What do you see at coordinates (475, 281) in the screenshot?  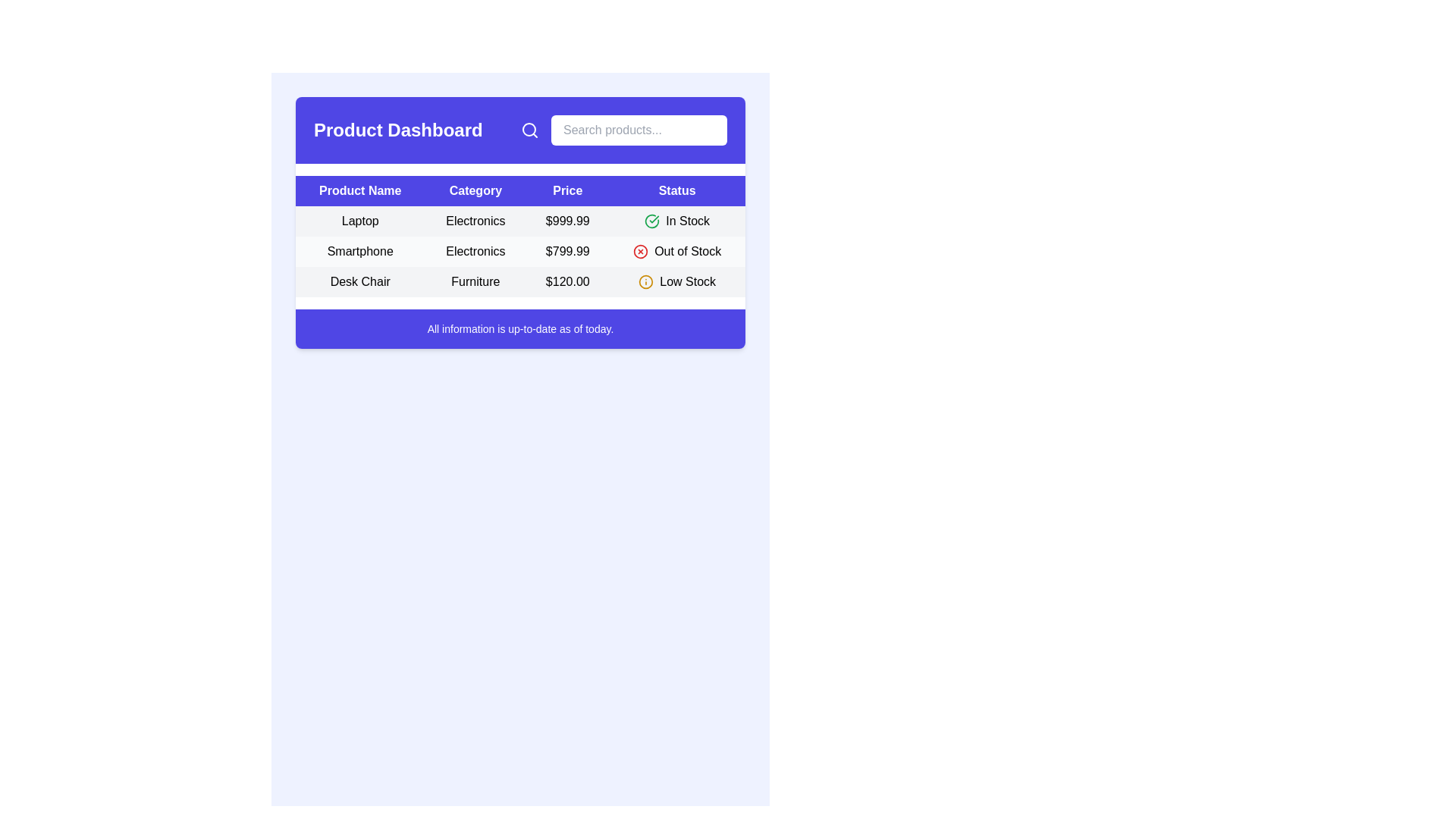 I see `the static text label that displays 'Furniture', which categorizes the item 'Desk Chair' in the table's 'Category' column` at bounding box center [475, 281].